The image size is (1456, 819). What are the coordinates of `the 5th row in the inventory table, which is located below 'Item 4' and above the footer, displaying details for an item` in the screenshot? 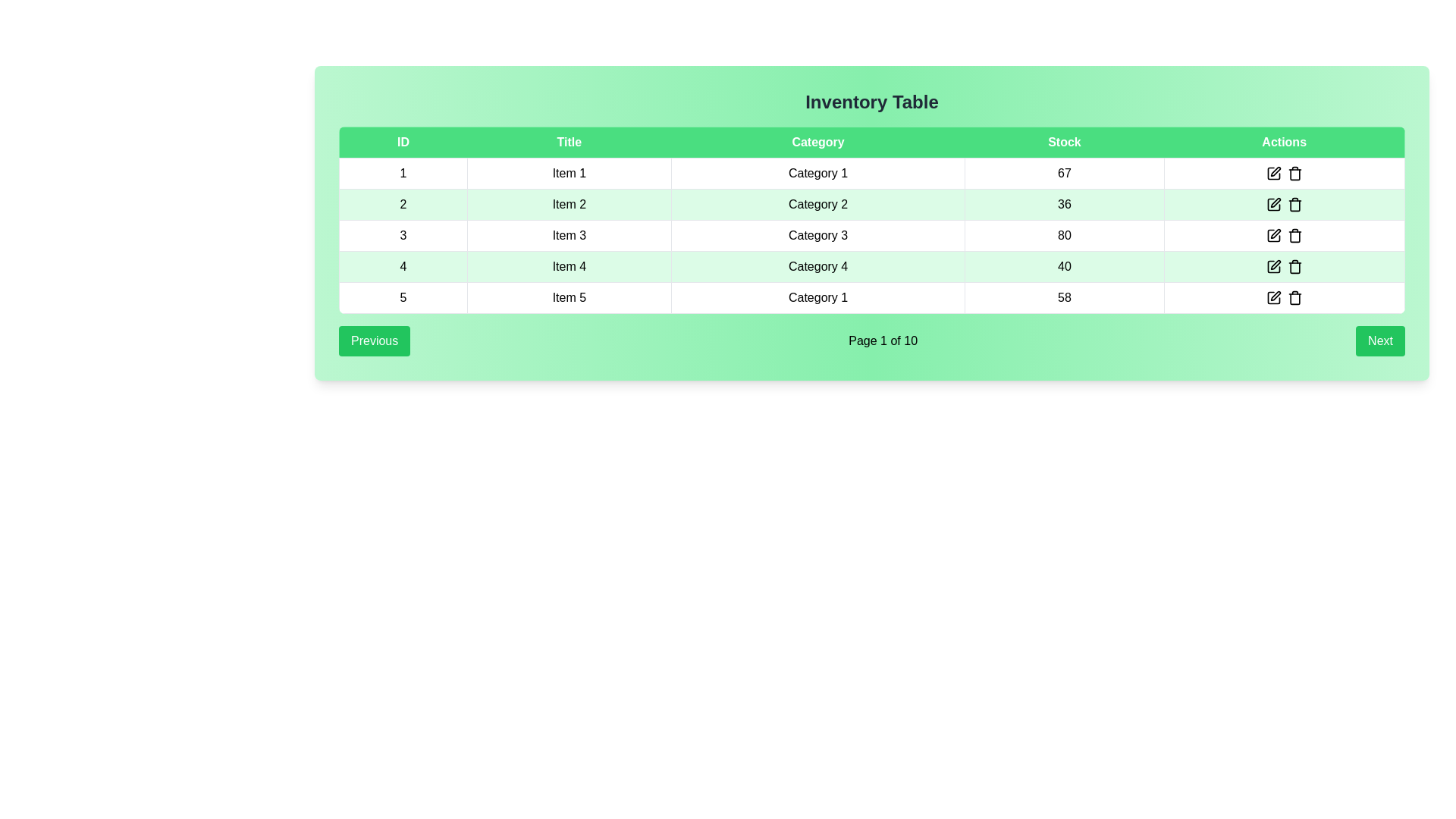 It's located at (872, 298).